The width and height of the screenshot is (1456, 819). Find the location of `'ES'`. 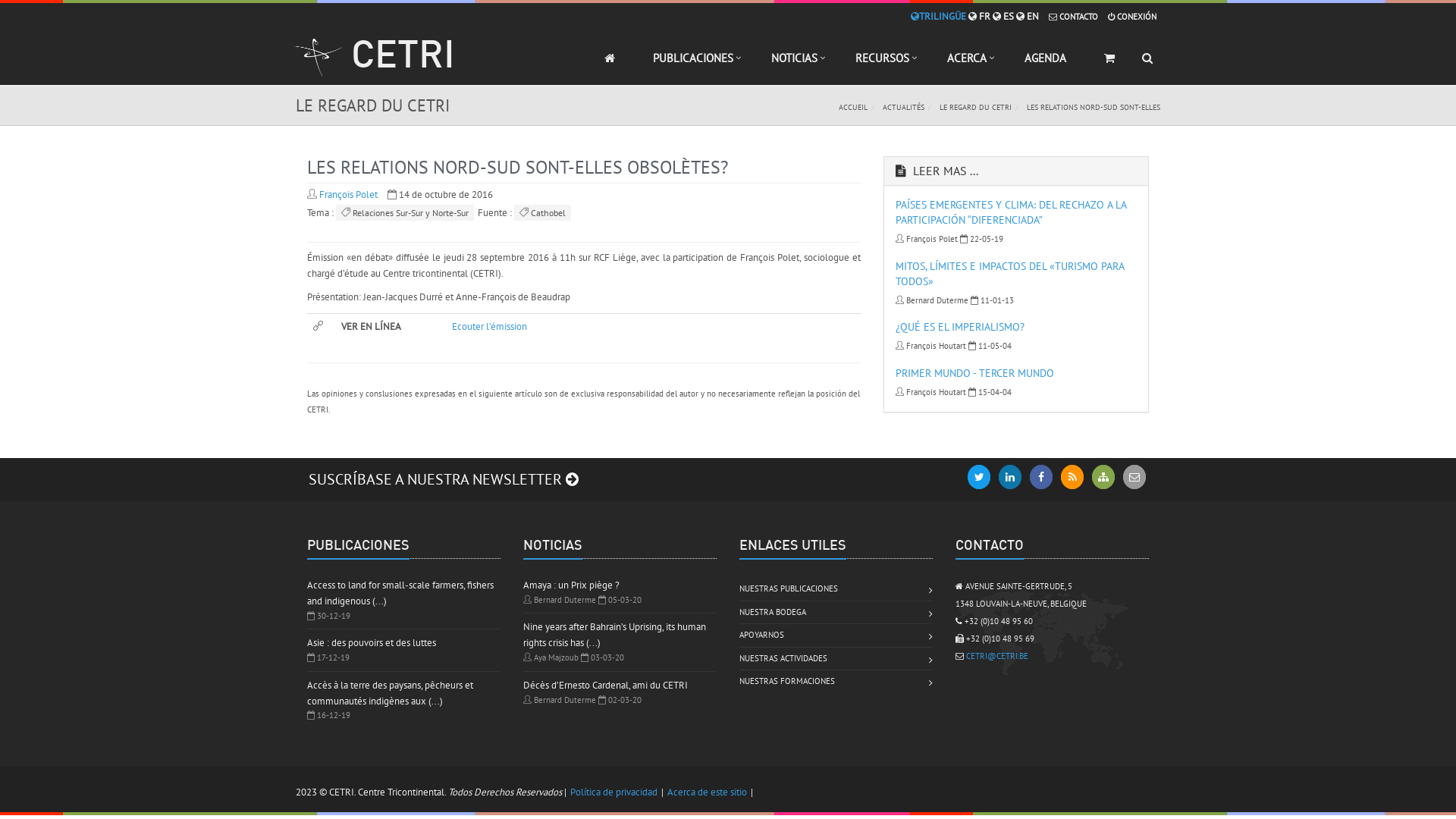

'ES' is located at coordinates (993, 16).